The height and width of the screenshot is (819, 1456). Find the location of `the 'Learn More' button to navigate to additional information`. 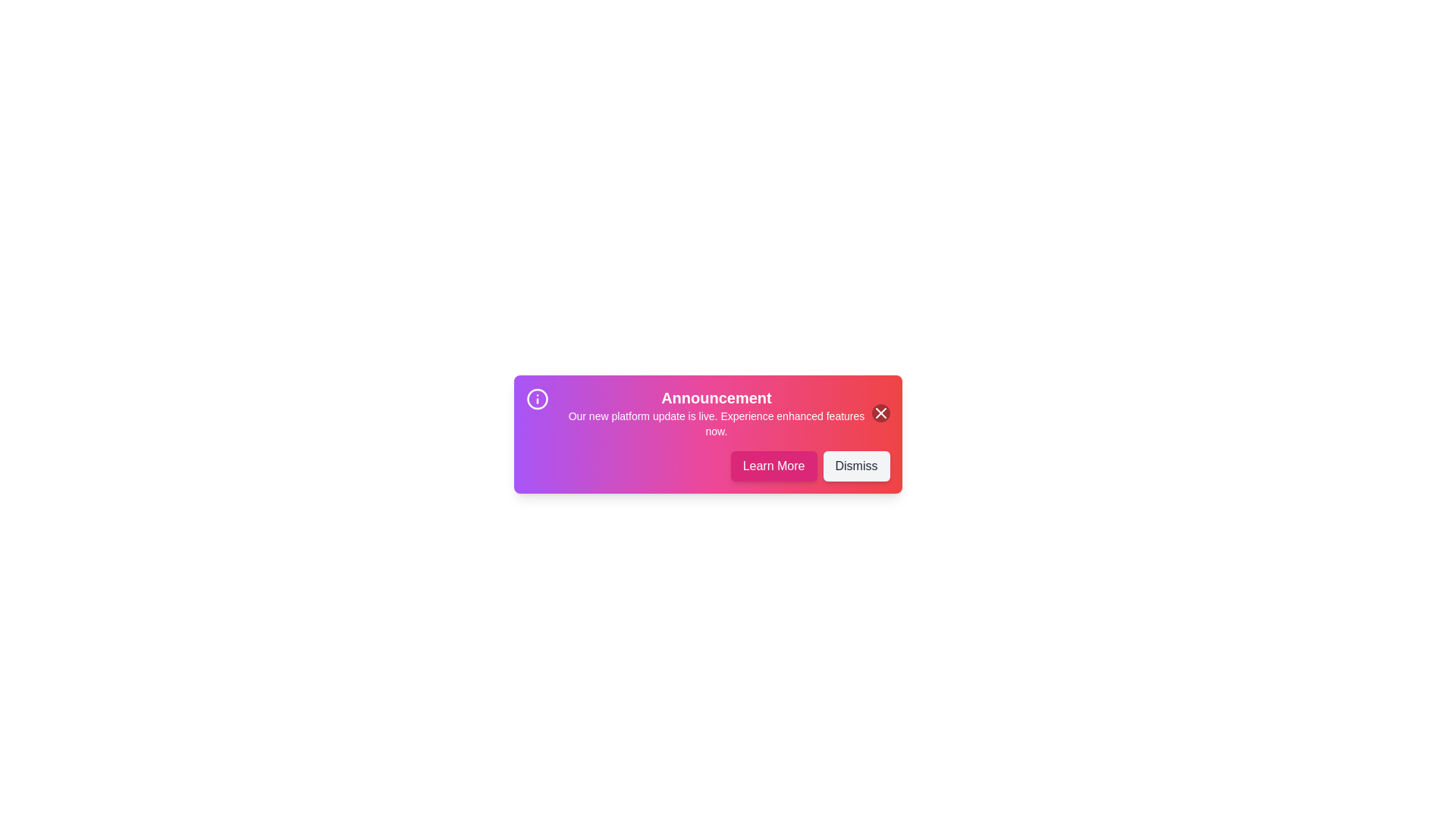

the 'Learn More' button to navigate to additional information is located at coordinates (773, 465).